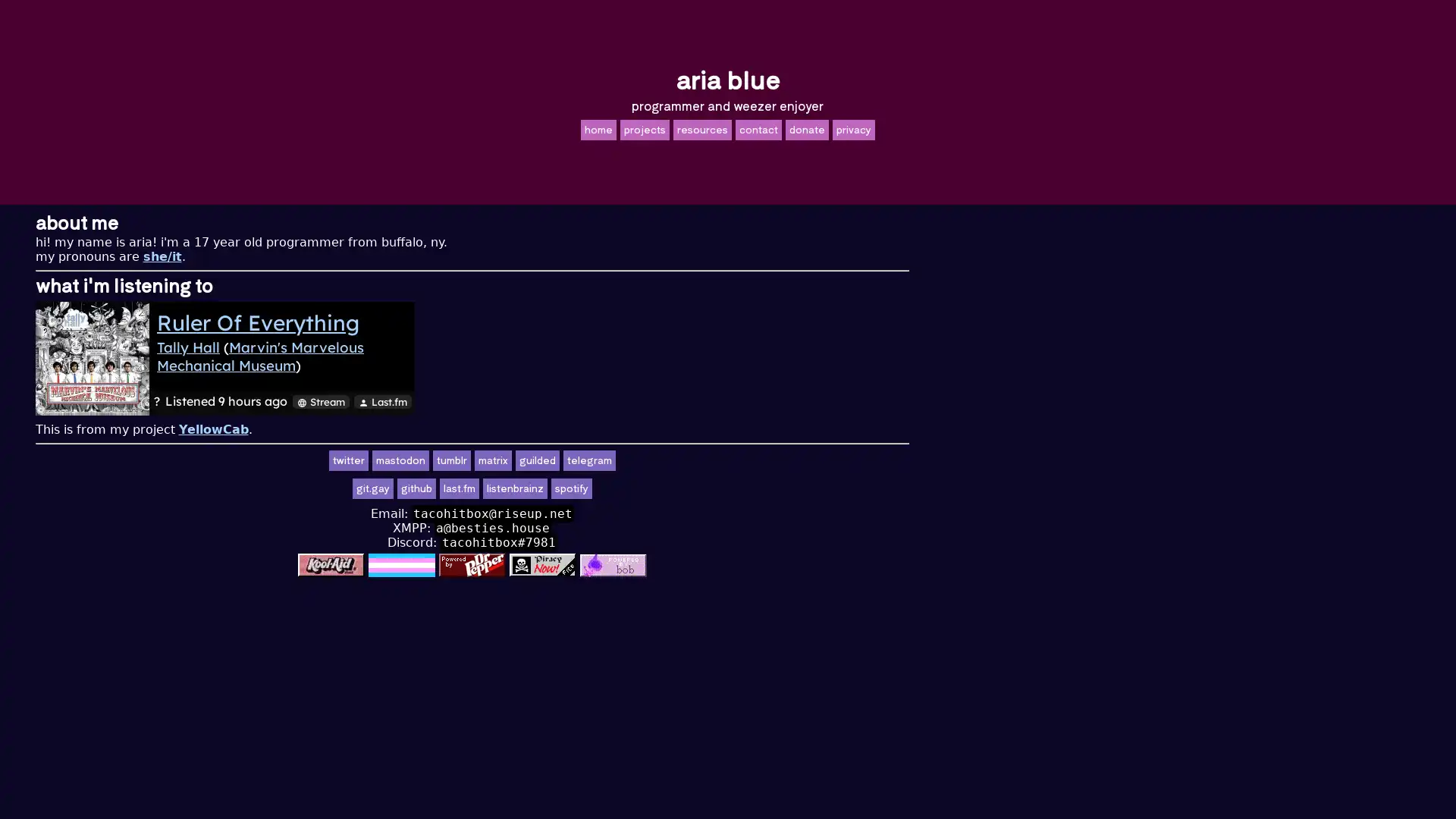 This screenshot has height=819, width=1456. I want to click on tumblr, so click(706, 460).